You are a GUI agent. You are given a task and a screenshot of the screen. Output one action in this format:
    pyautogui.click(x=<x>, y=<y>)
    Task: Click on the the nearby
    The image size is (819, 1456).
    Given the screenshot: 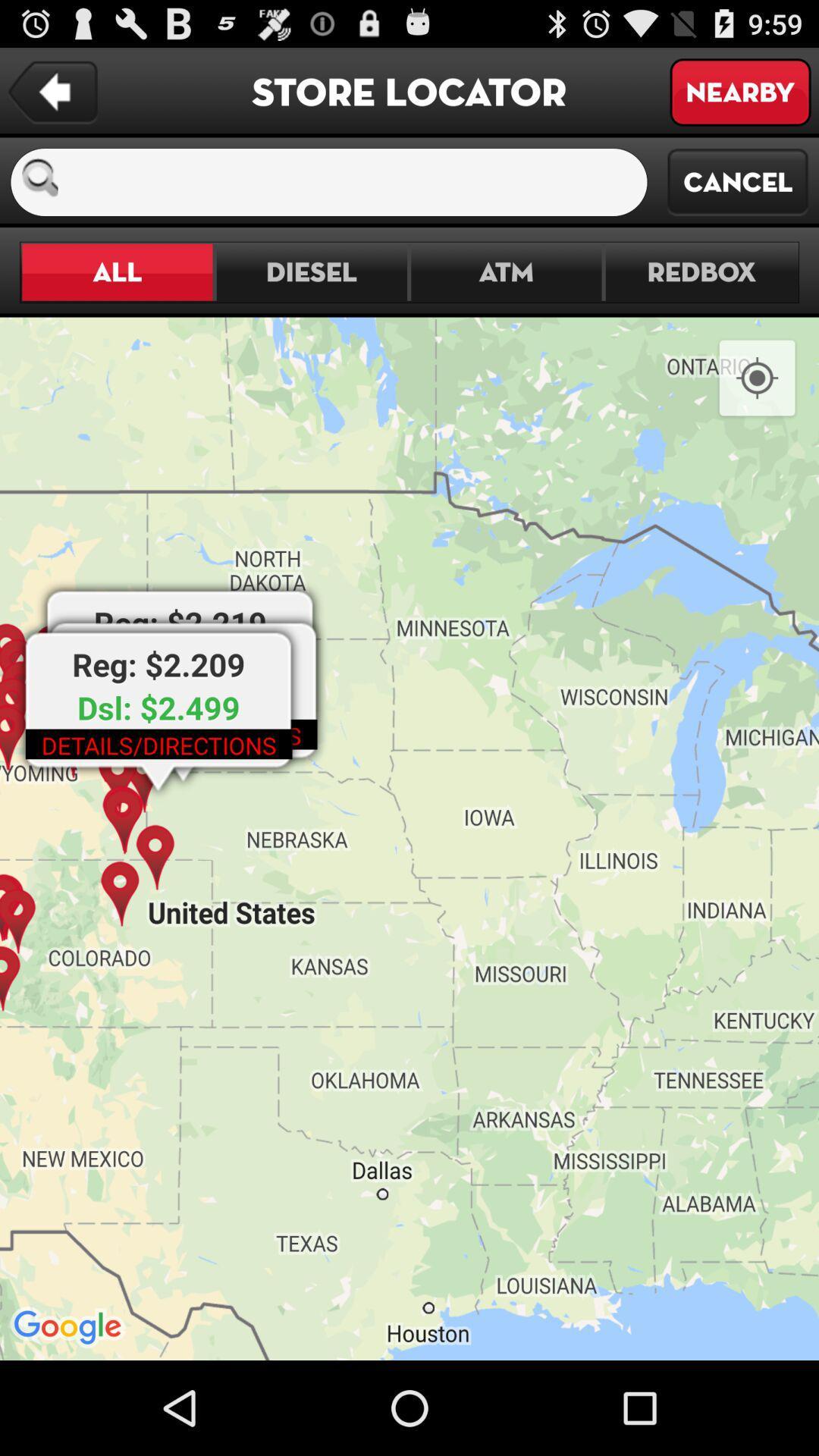 What is the action you would take?
    pyautogui.click(x=739, y=91)
    